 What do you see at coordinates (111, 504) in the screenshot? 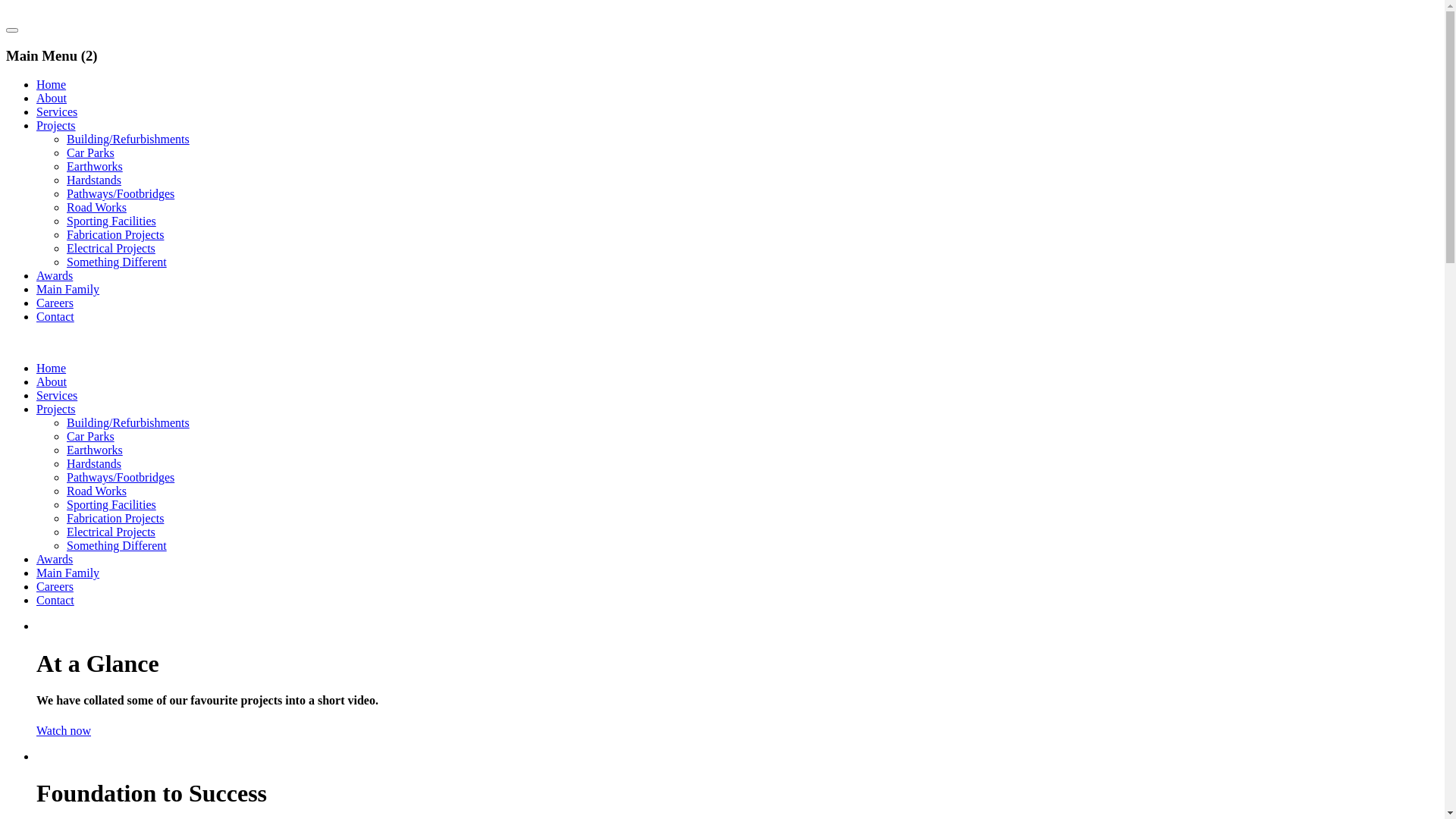
I see `'Sporting Facilities'` at bounding box center [111, 504].